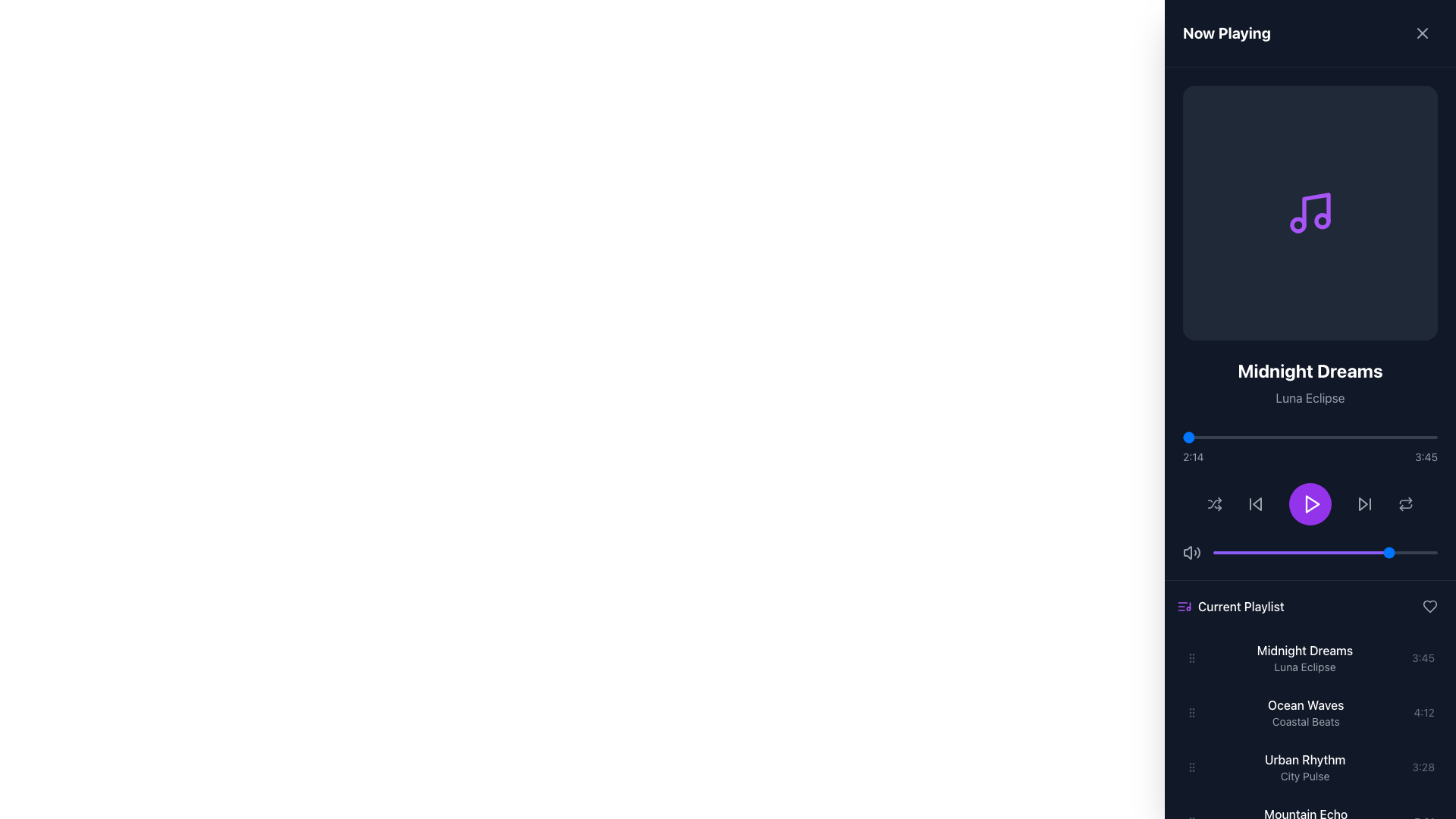  What do you see at coordinates (1310, 213) in the screenshot?
I see `the music playback icon located in the upper right quadrant of the application interface, which serves as a decorative indicator for current media playback` at bounding box center [1310, 213].